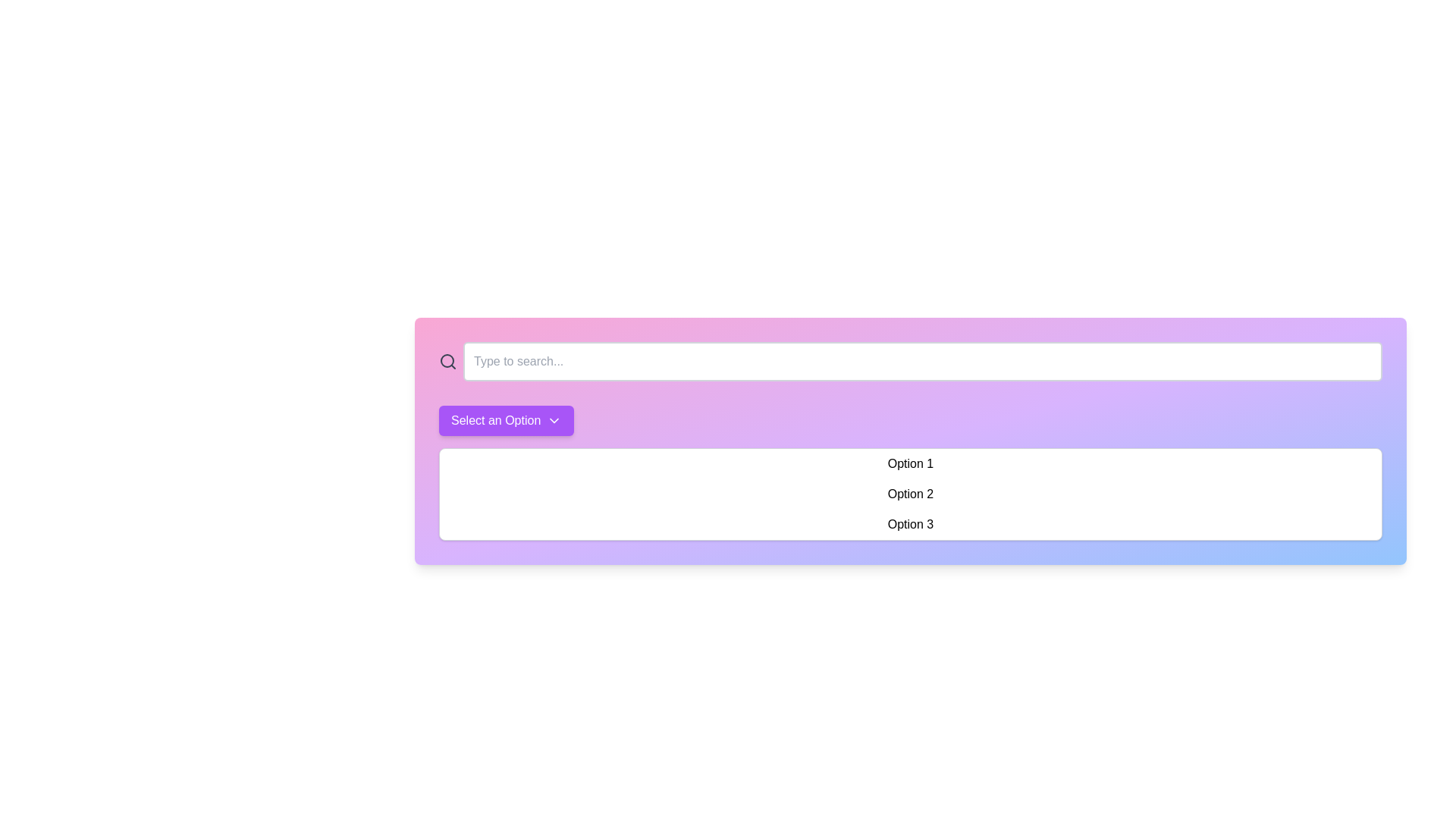  I want to click on the circular graphical component of the magnifying glass icon located to the left of the search input field, so click(447, 360).